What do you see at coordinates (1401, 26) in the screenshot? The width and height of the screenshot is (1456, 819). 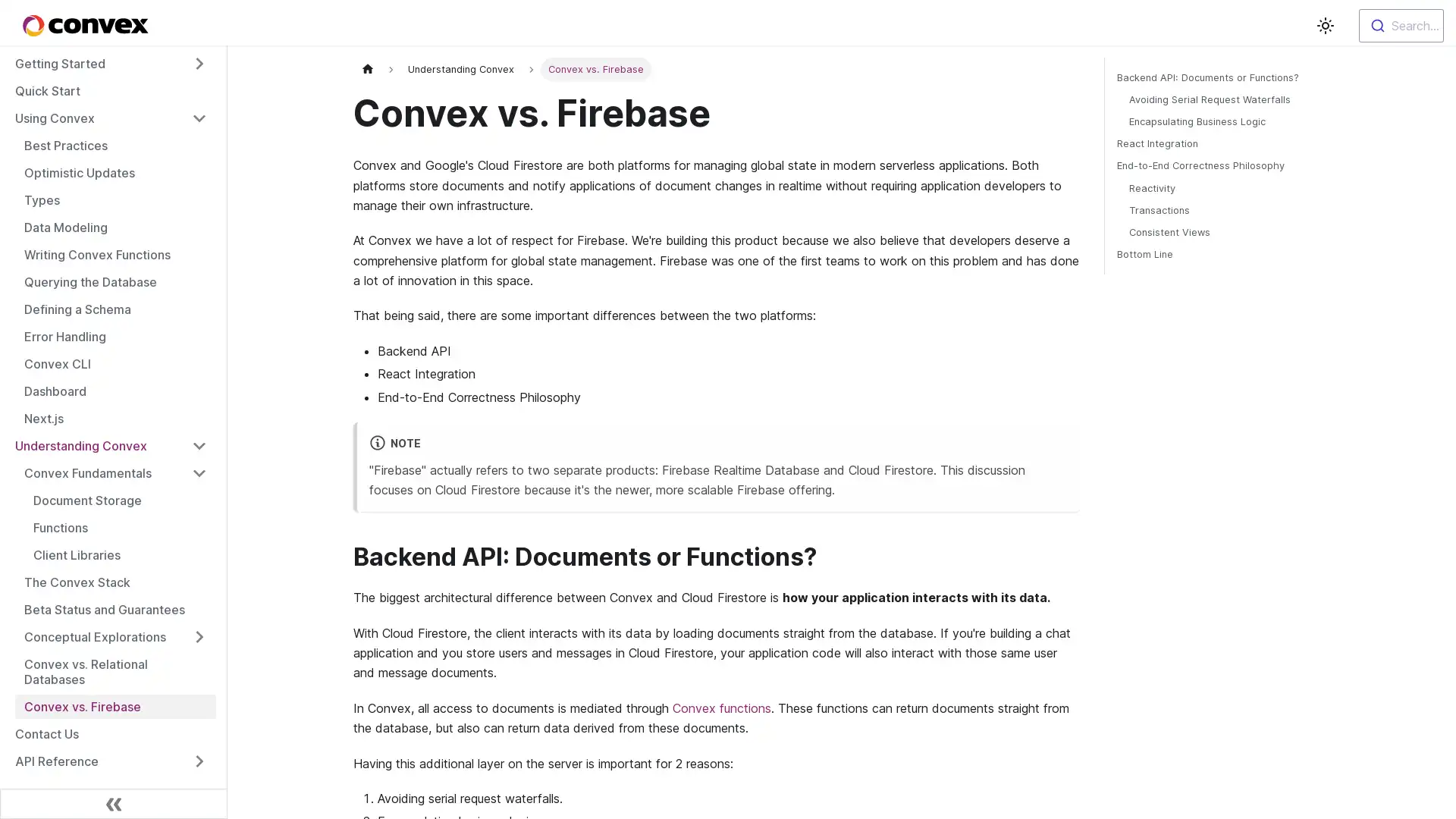 I see `Search...` at bounding box center [1401, 26].